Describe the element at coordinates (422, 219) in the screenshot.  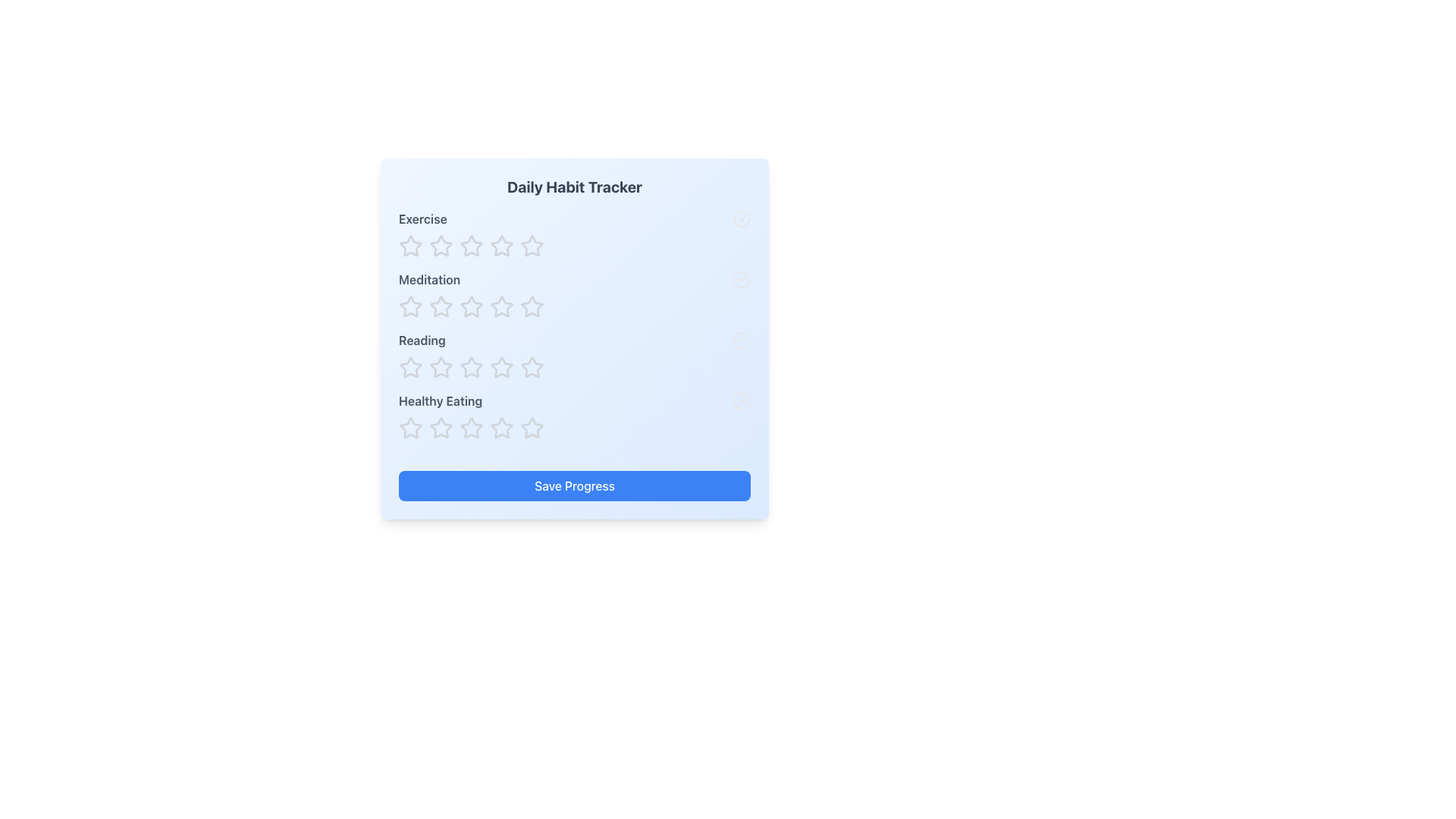
I see `the text label displaying the word 'Exercise' which is bold and gray, located at the top-left area of the user interface, aligned with the first row of habit tracking items` at that location.